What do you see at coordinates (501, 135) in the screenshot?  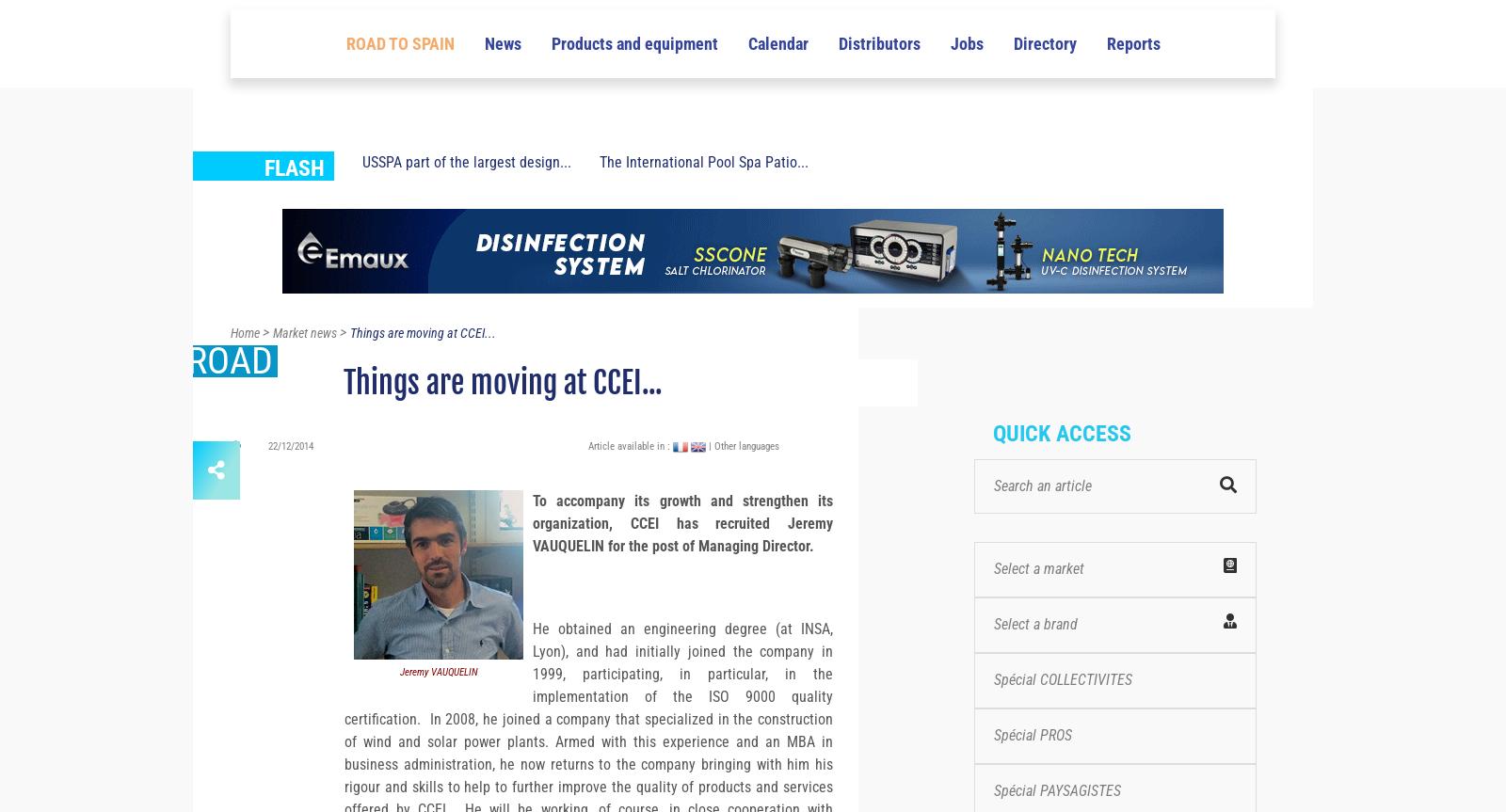 I see `'News'` at bounding box center [501, 135].